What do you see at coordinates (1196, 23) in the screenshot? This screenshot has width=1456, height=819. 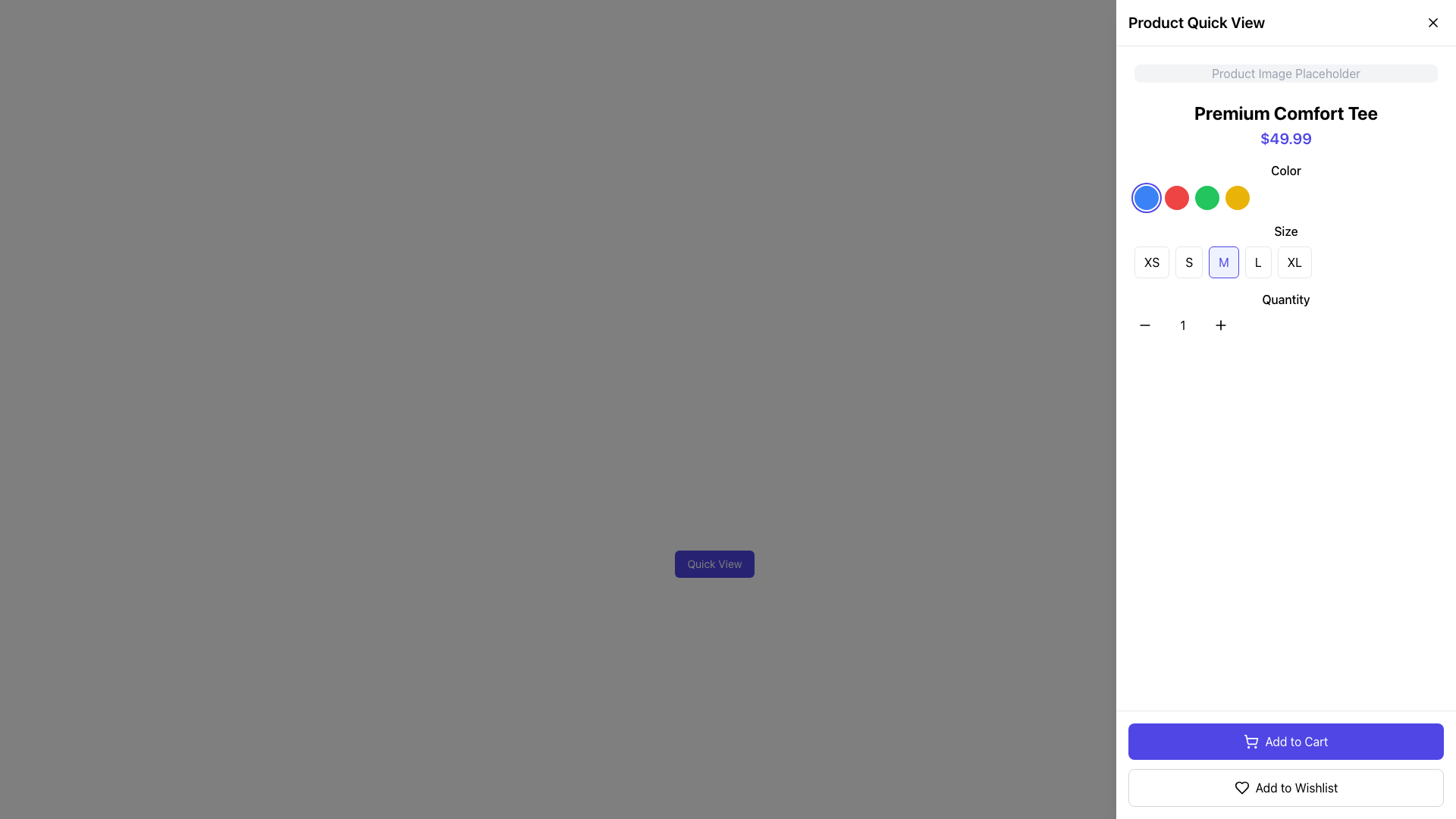 I see `the title text element located at the top-left of the side panel, which serves as a heading for the section` at bounding box center [1196, 23].